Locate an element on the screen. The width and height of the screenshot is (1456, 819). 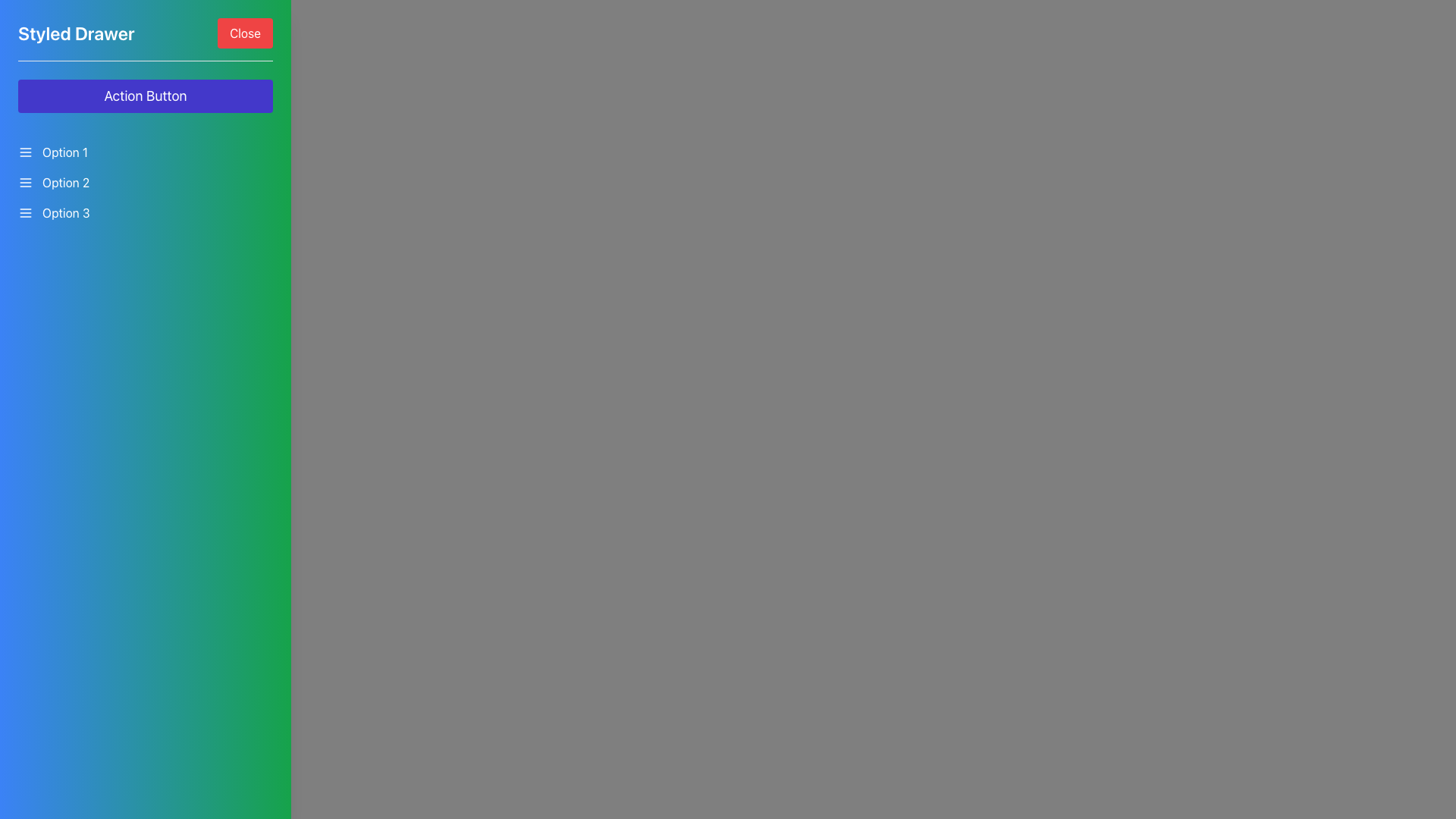
the horizontal list item labeled 'Option 3' is located at coordinates (146, 213).